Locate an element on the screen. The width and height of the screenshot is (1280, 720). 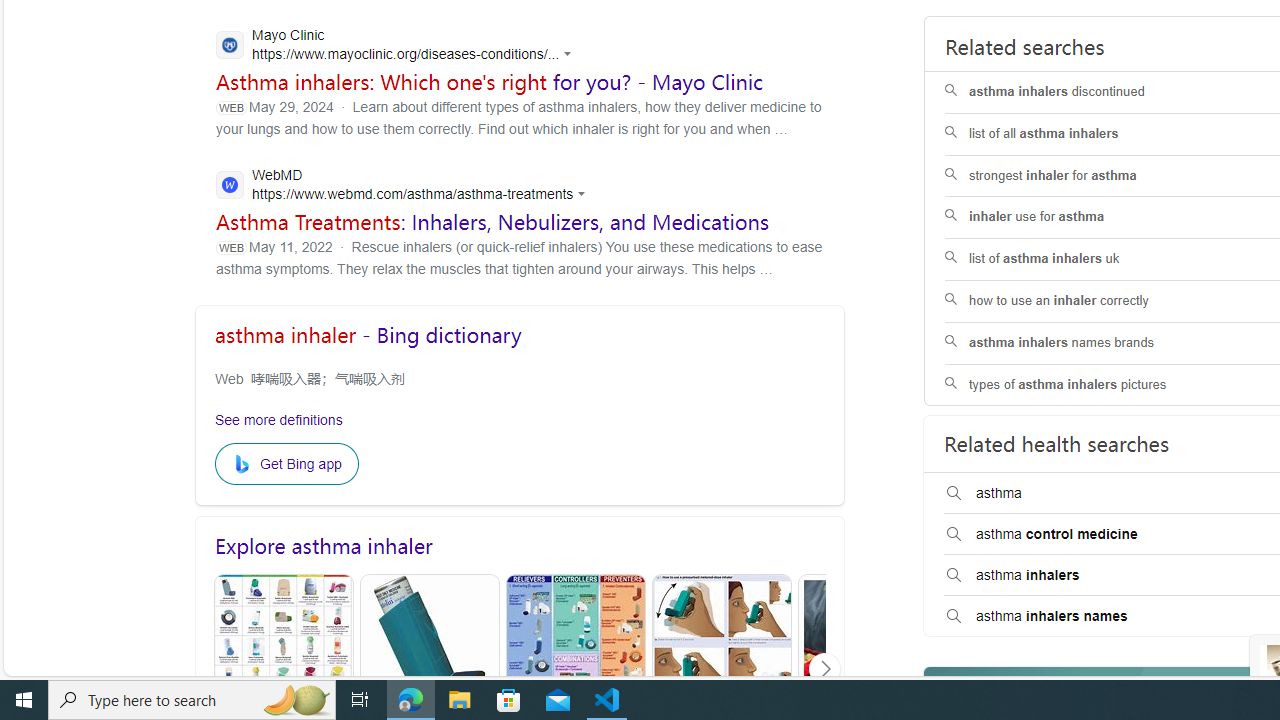
'Asthma inhalers: Which one' is located at coordinates (490, 81).